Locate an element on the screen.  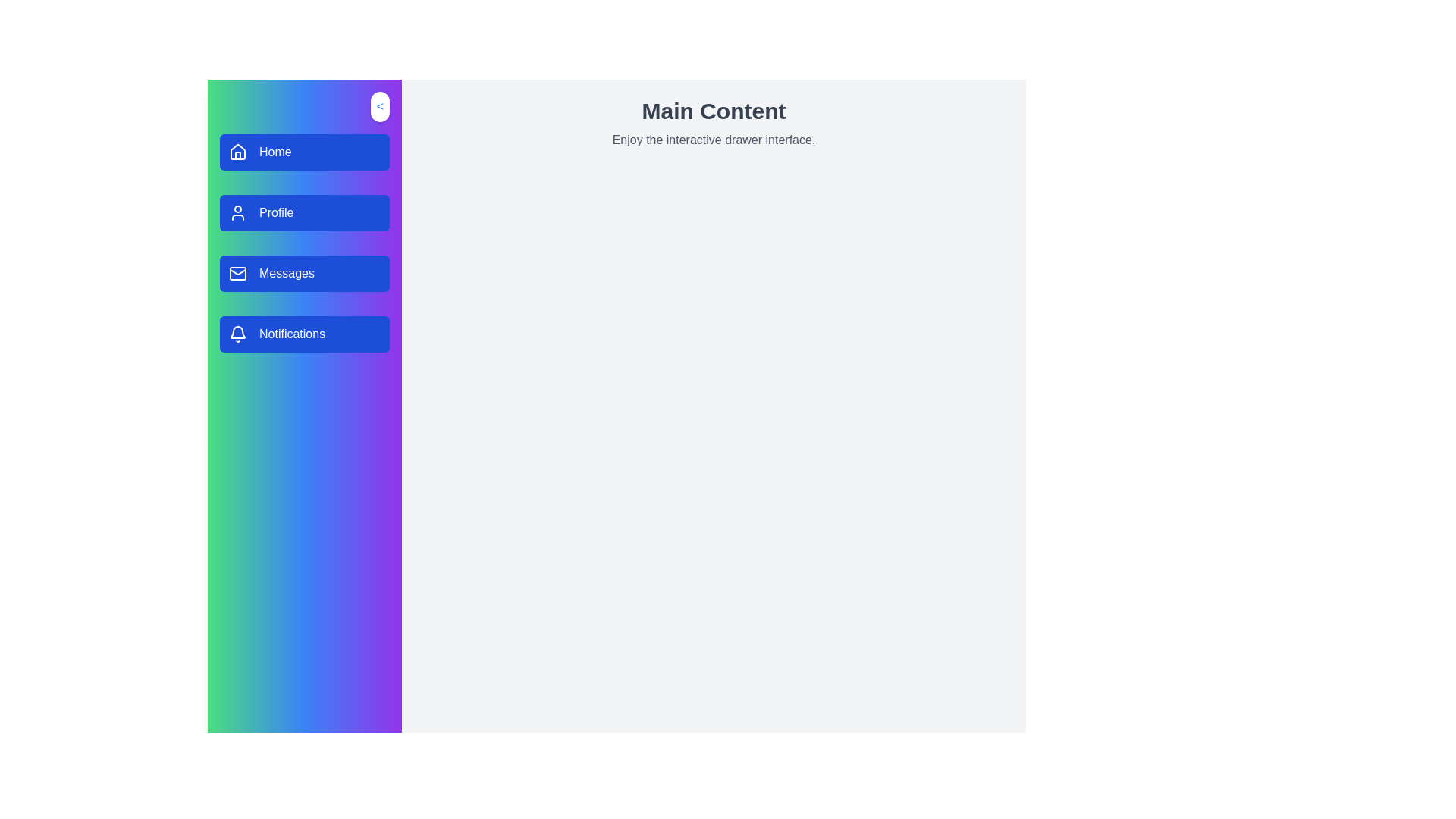
the 'Messages' icon located in the third position from the top of the sidebar is located at coordinates (237, 271).